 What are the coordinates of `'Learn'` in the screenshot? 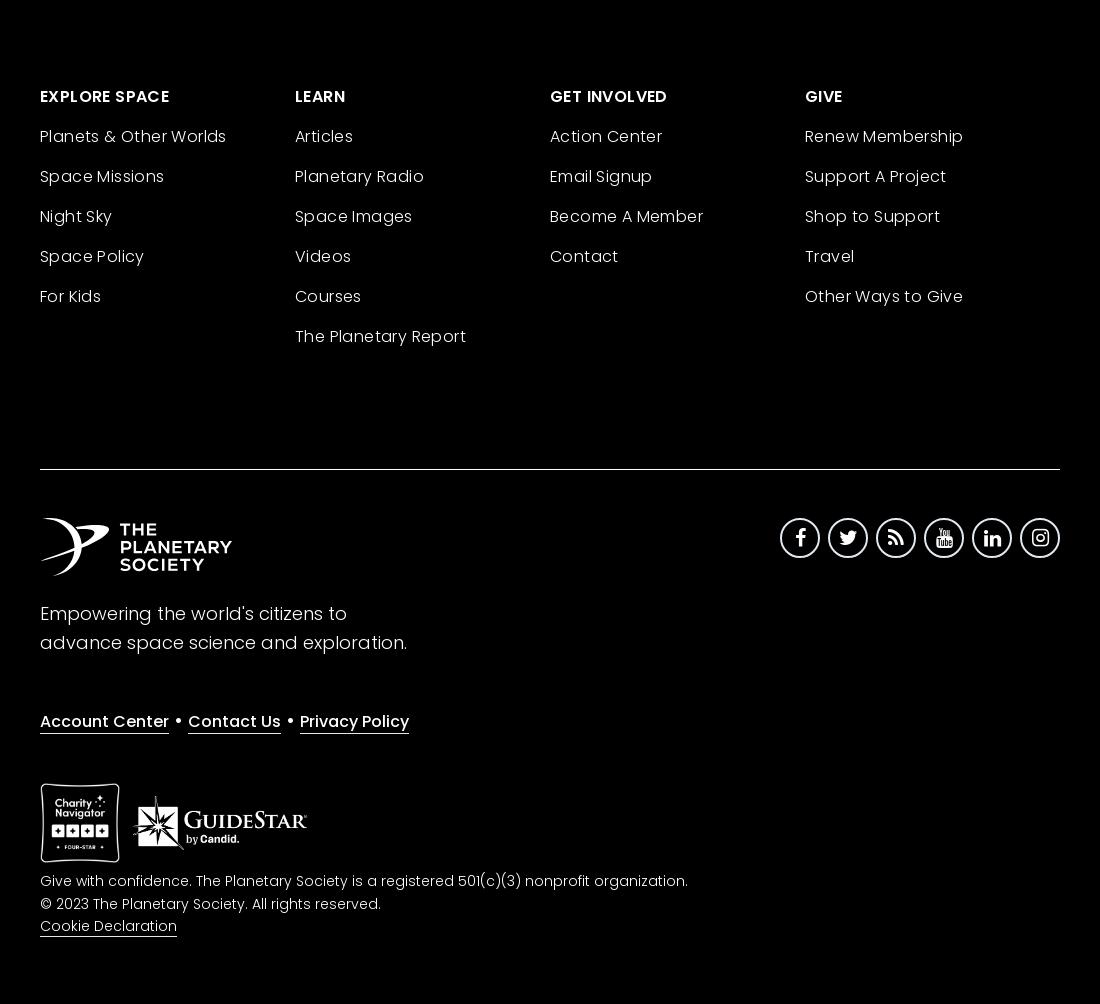 It's located at (318, 95).